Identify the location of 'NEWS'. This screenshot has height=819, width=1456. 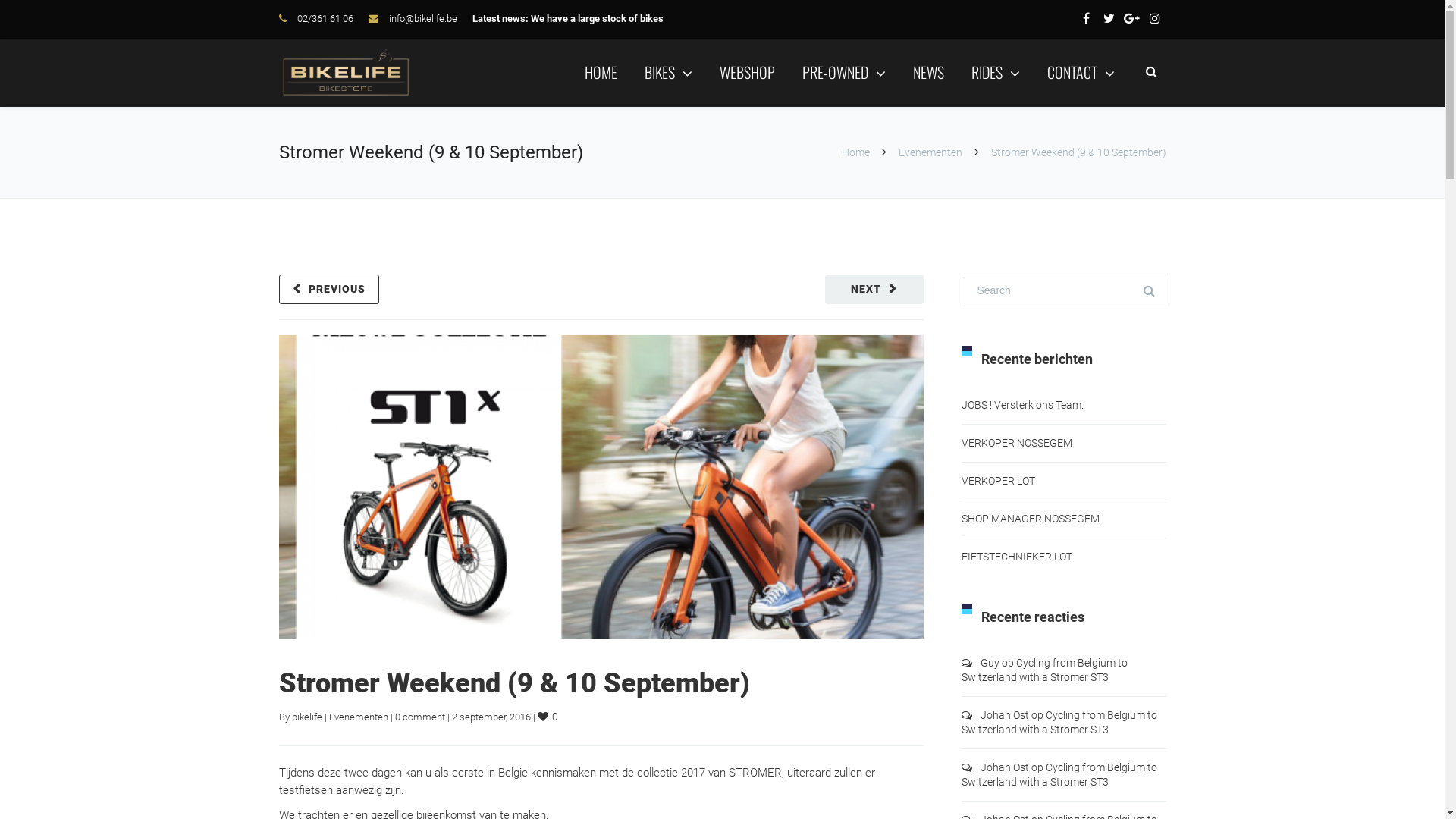
(927, 72).